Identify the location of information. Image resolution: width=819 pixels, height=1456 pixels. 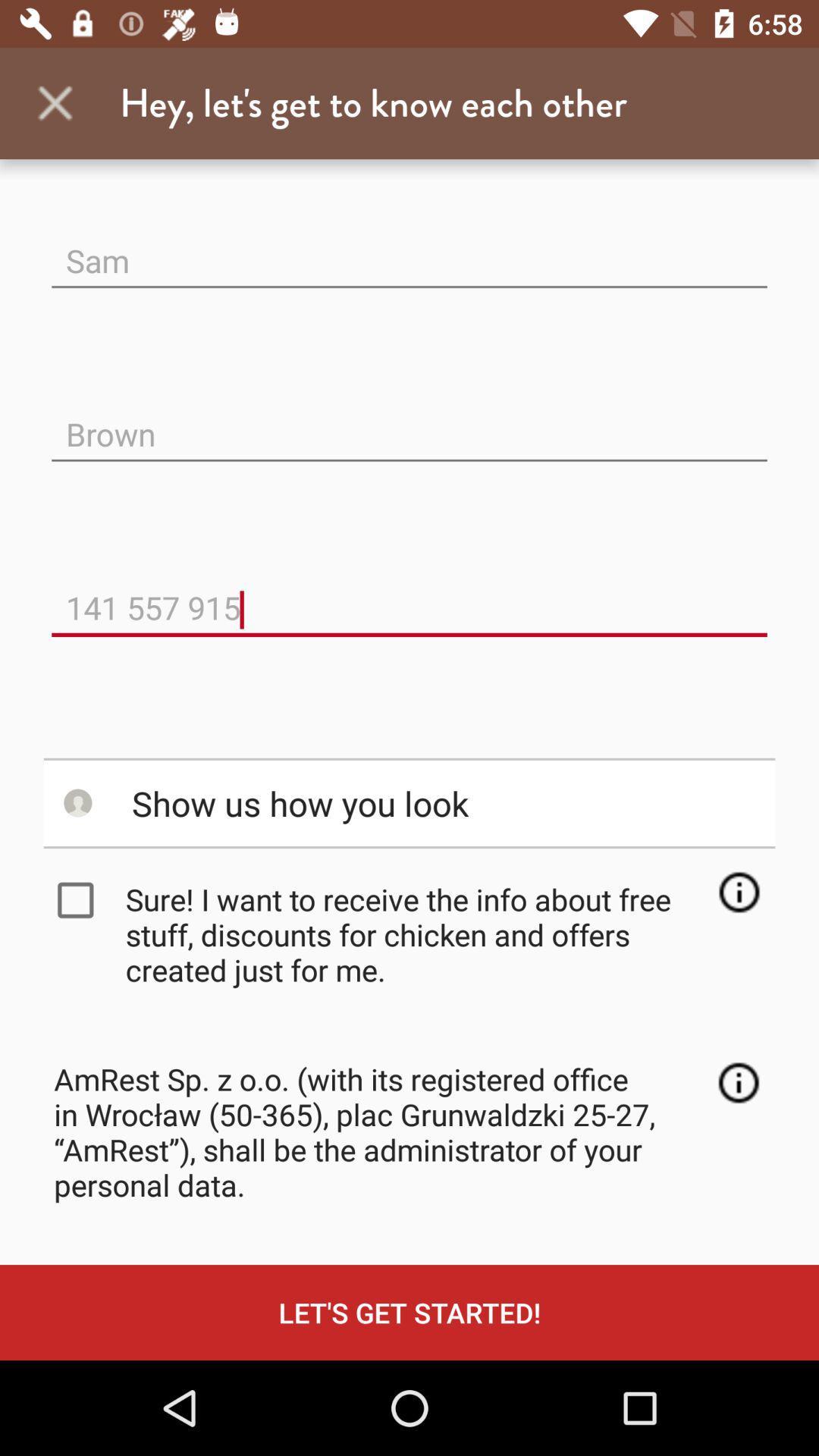
(738, 1081).